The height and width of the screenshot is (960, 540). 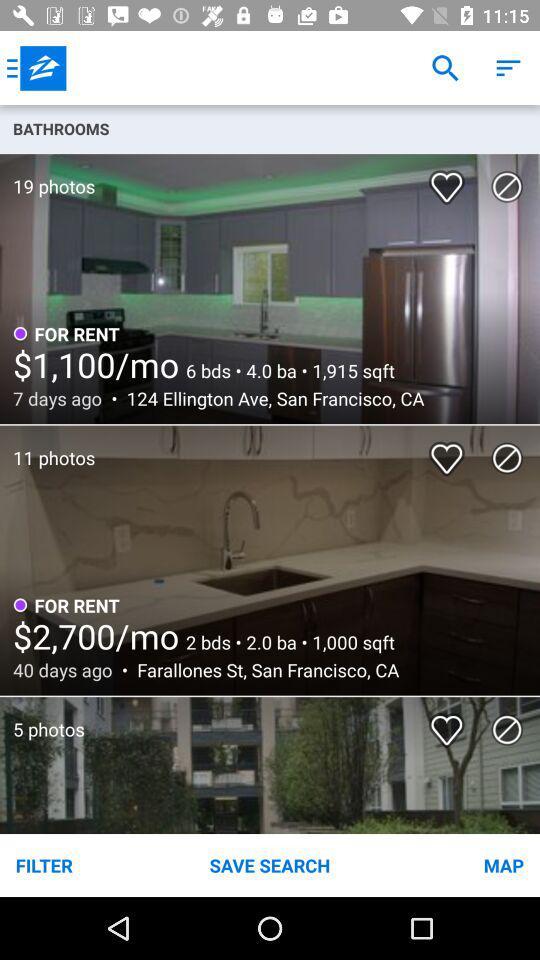 What do you see at coordinates (42, 719) in the screenshot?
I see `the 5 photos` at bounding box center [42, 719].